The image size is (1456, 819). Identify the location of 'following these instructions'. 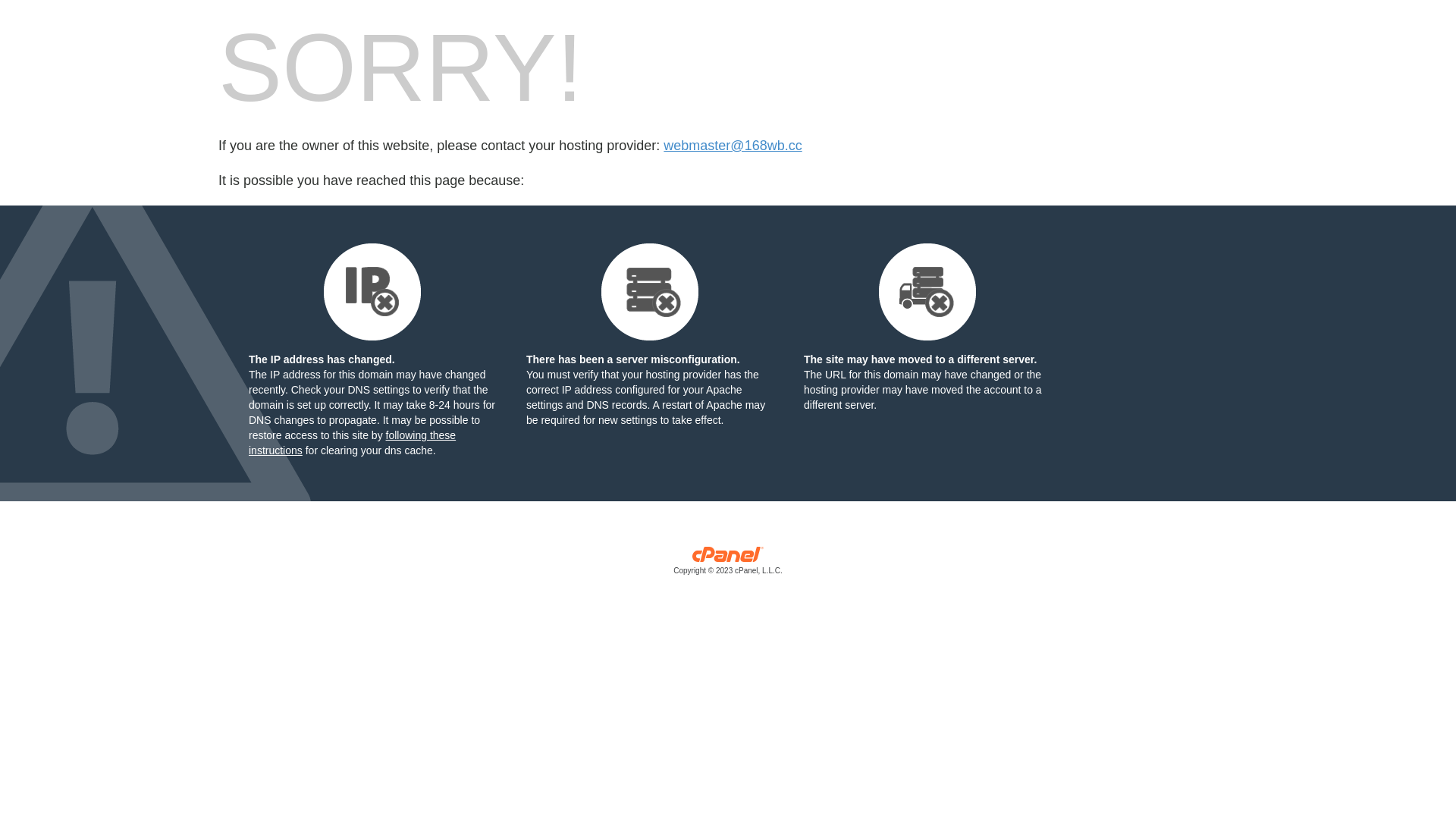
(351, 442).